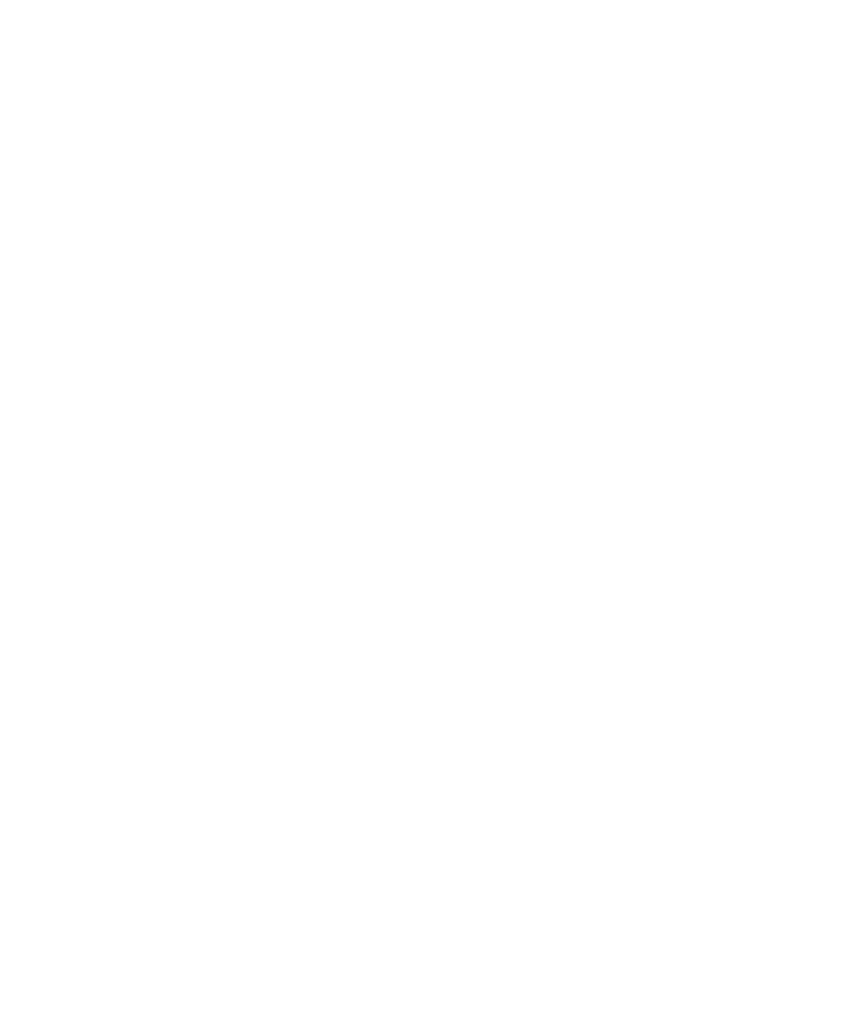  Describe the element at coordinates (11, 776) in the screenshot. I see `'Contact'` at that location.